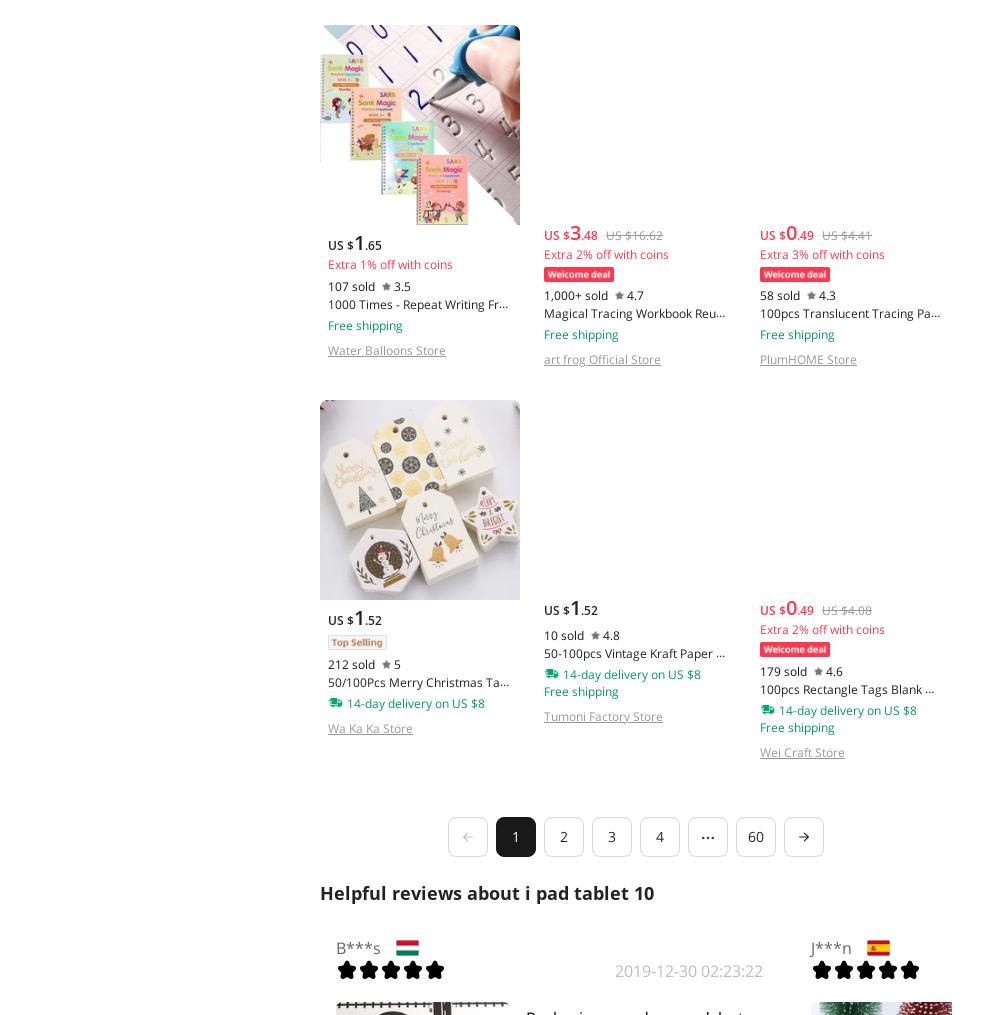 This screenshot has width=1000, height=1015. What do you see at coordinates (601, 715) in the screenshot?
I see `'Tumoni Factory Store'` at bounding box center [601, 715].